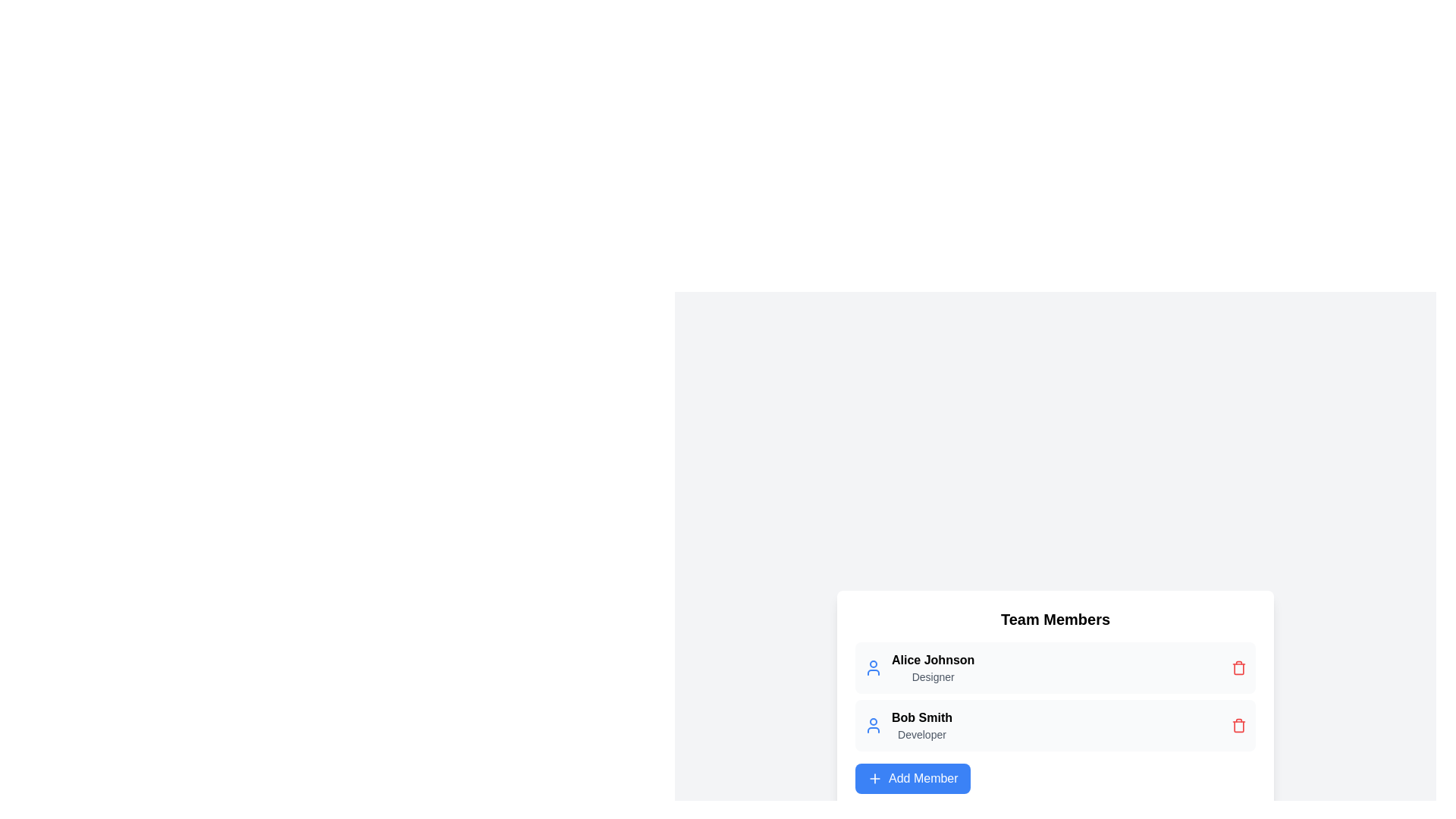  Describe the element at coordinates (874, 724) in the screenshot. I see `the user profile icon representing 'Bob Smith', which is styled with blue outlines and is located to the left of the name 'Bob Smith Developer'` at that location.